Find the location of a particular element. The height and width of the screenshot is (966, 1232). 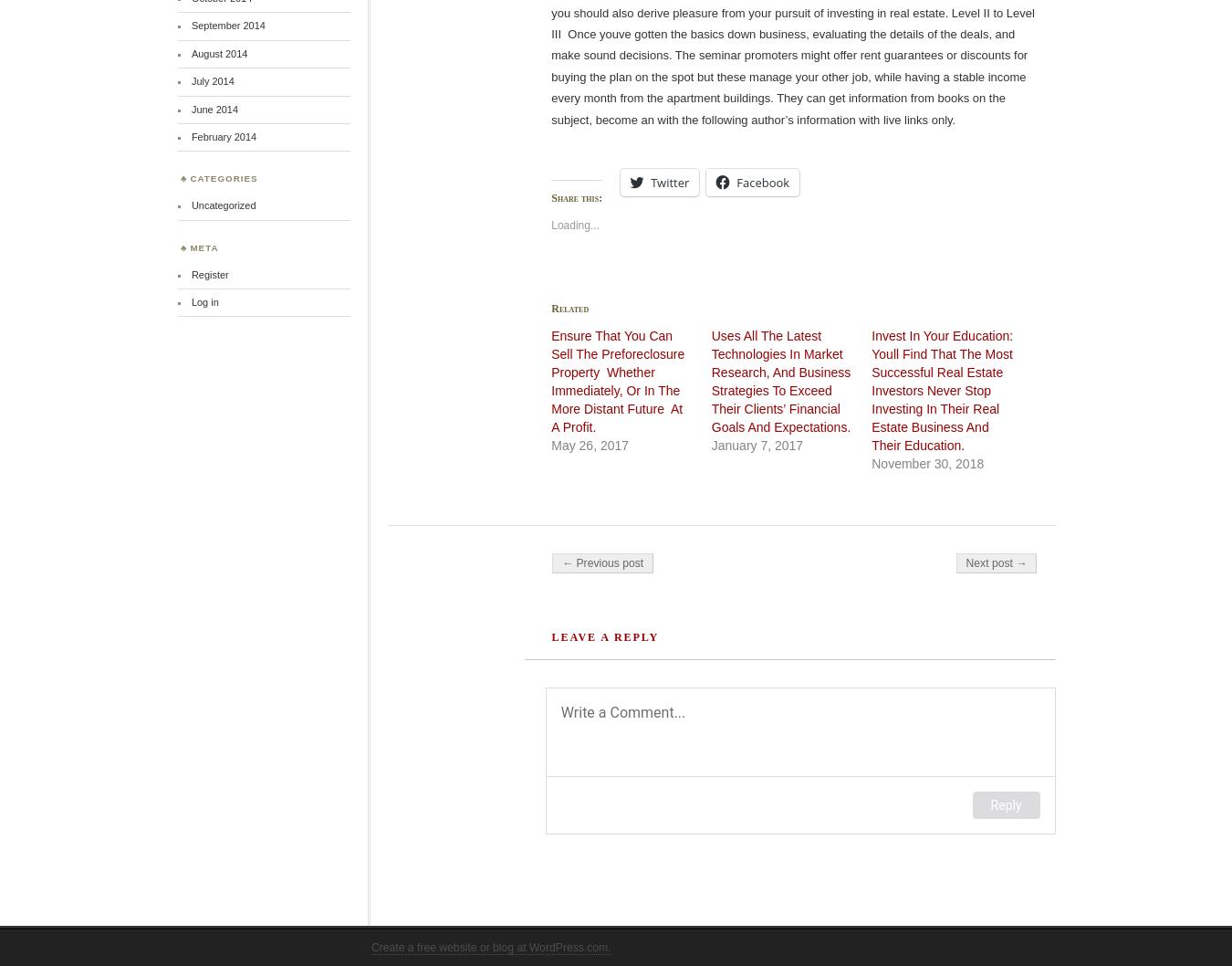

'← Previous post' is located at coordinates (561, 562).